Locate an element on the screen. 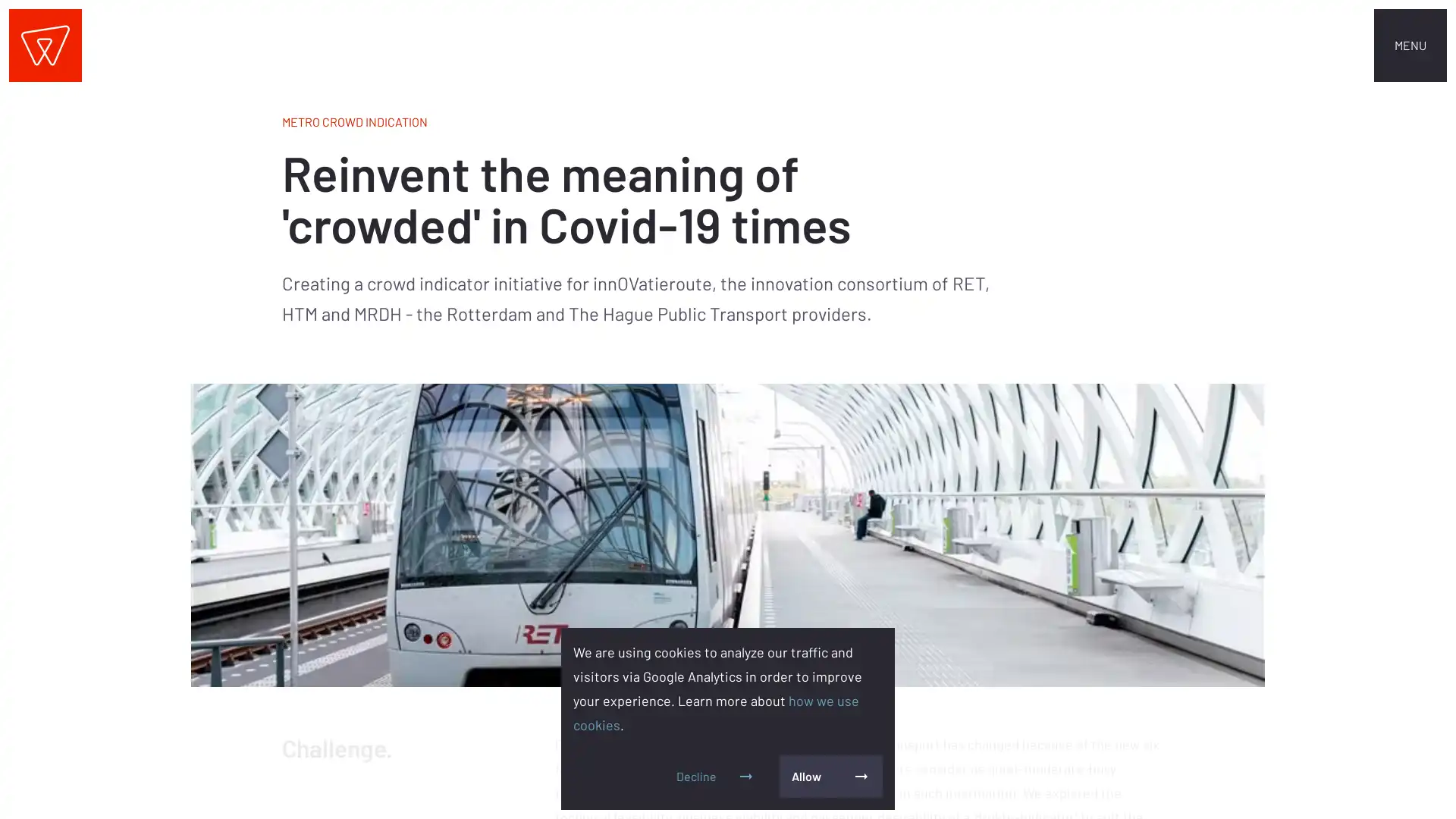 This screenshot has height=819, width=1456. Decline is located at coordinates (715, 776).